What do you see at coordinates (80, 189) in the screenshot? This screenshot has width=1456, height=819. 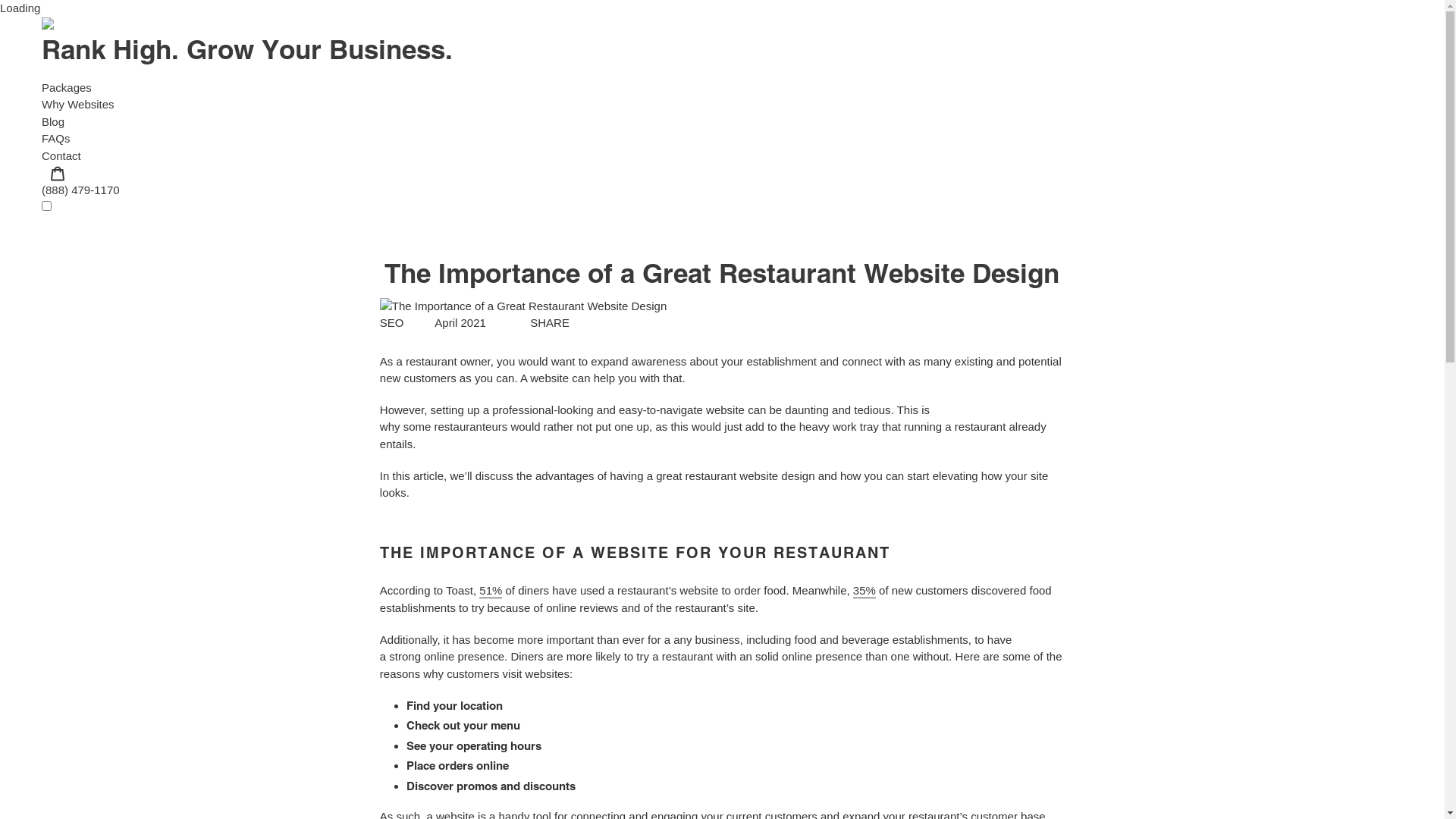 I see `'(888) 479-1170'` at bounding box center [80, 189].